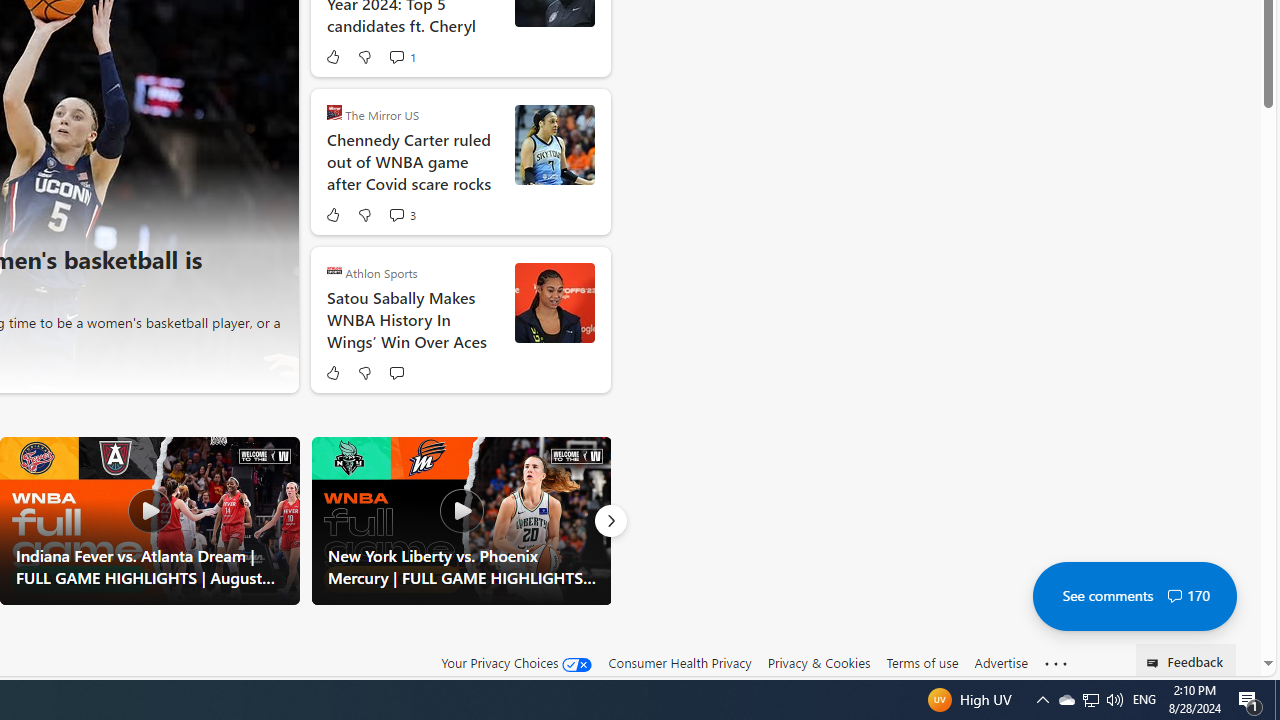  I want to click on 'Consumer Health Privacy', so click(680, 663).